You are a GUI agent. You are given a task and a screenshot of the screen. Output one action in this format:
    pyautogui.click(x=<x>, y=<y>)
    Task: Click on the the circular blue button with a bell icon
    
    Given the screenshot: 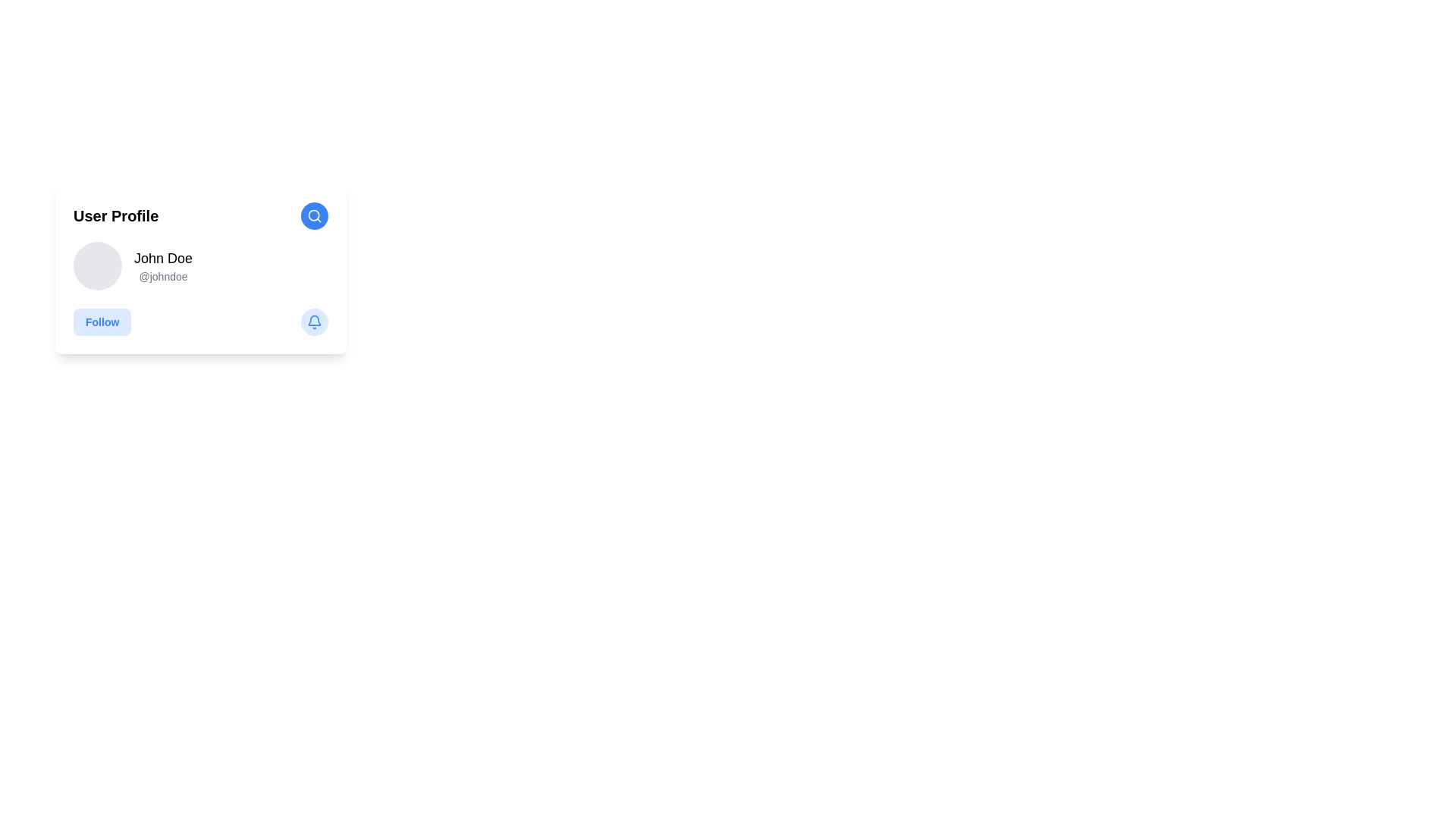 What is the action you would take?
    pyautogui.click(x=313, y=321)
    